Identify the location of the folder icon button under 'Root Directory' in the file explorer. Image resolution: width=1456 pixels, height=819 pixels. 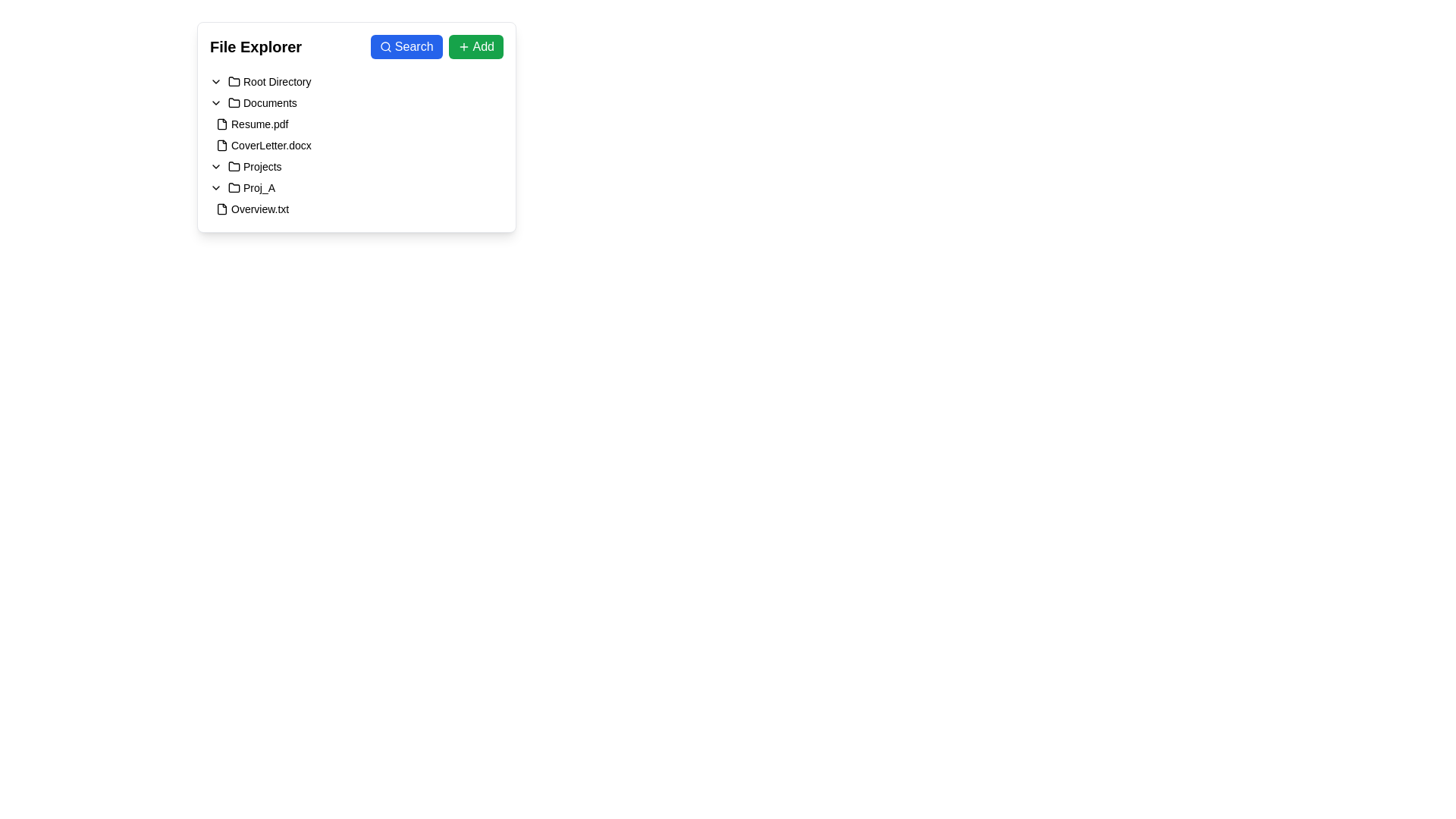
(233, 81).